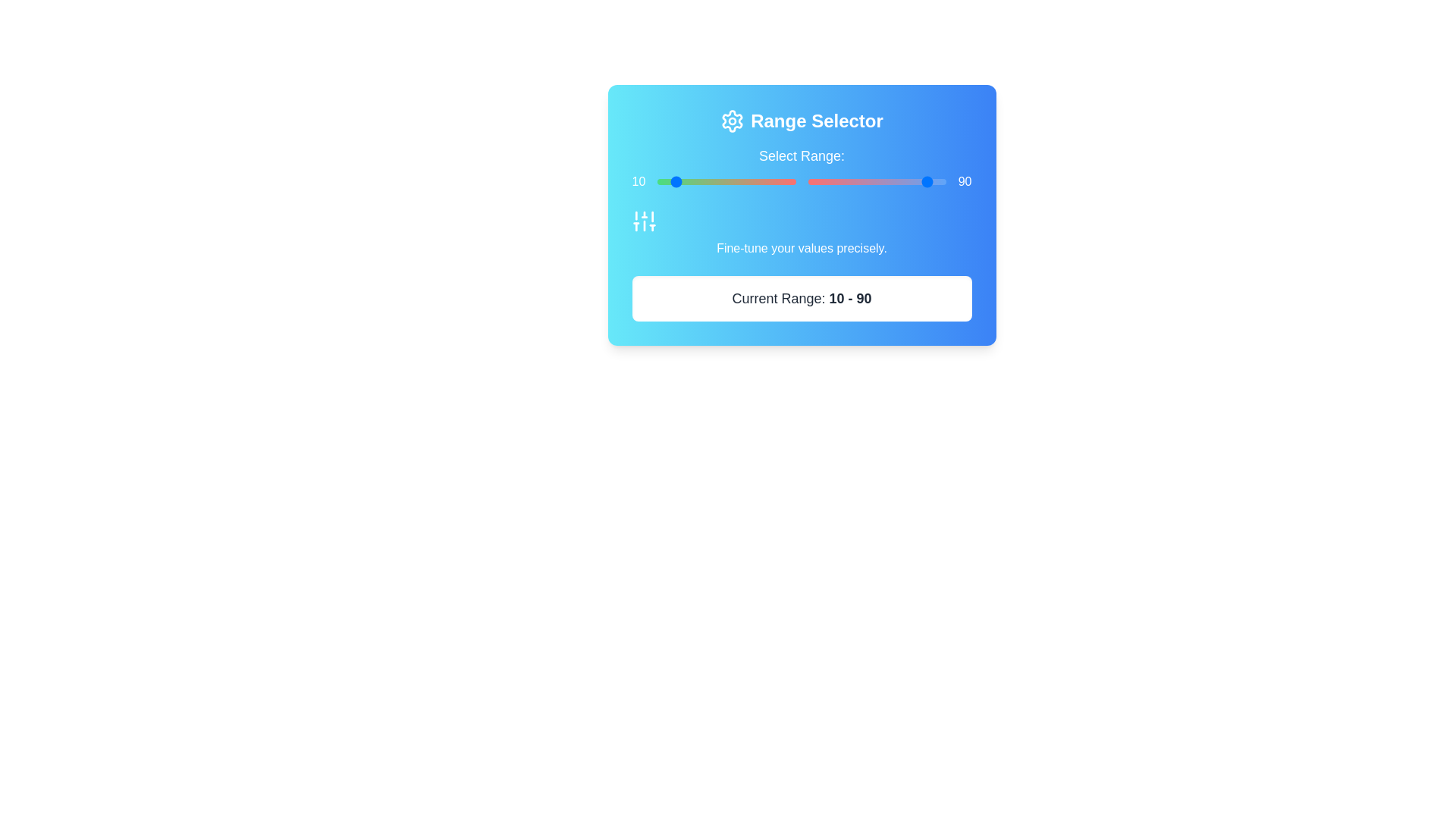 The width and height of the screenshot is (1456, 819). What do you see at coordinates (682, 180) in the screenshot?
I see `the left range slider to set the starting value to 18` at bounding box center [682, 180].